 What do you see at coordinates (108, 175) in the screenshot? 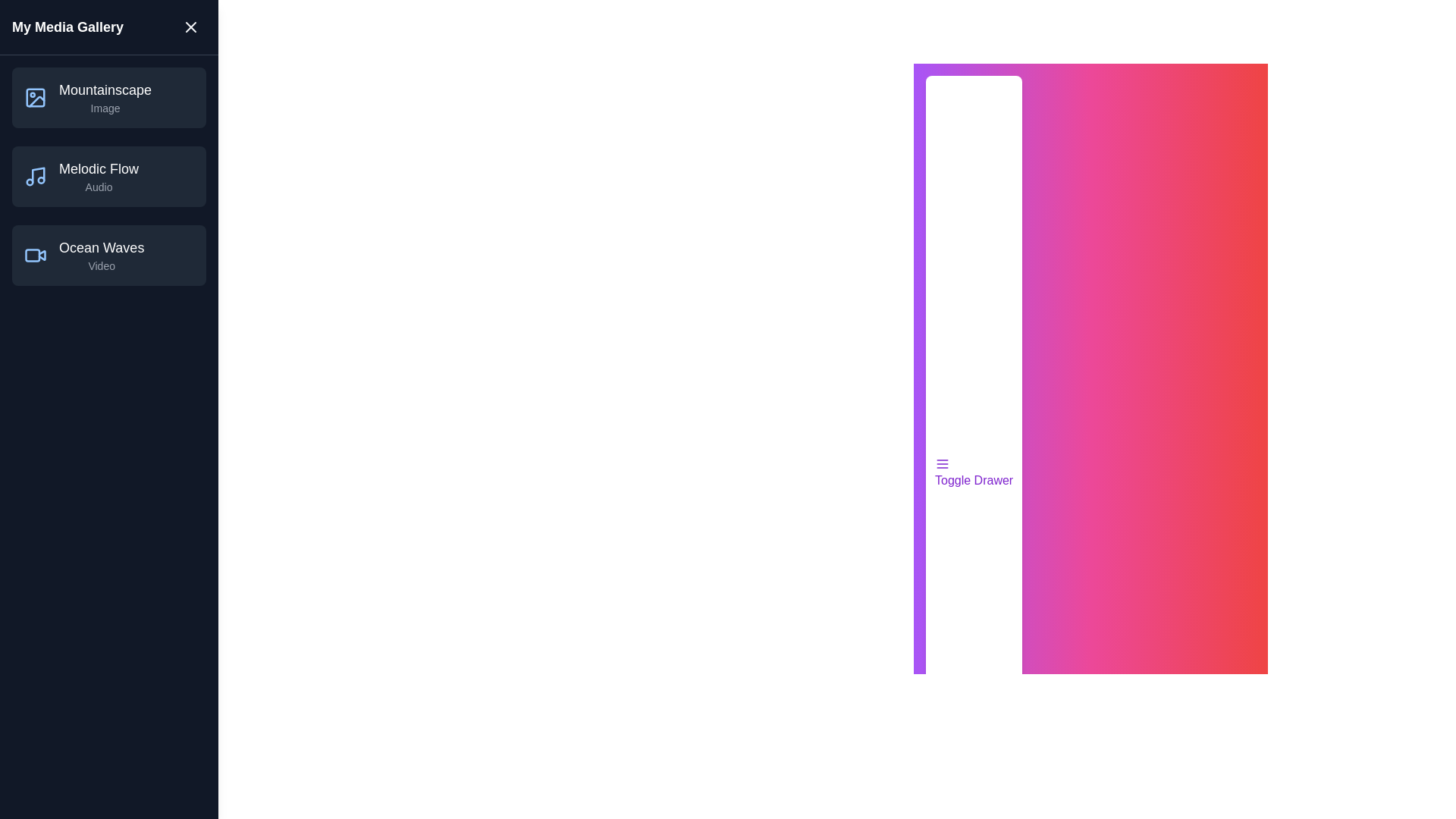
I see `the media item Melodic Flow from the list` at bounding box center [108, 175].